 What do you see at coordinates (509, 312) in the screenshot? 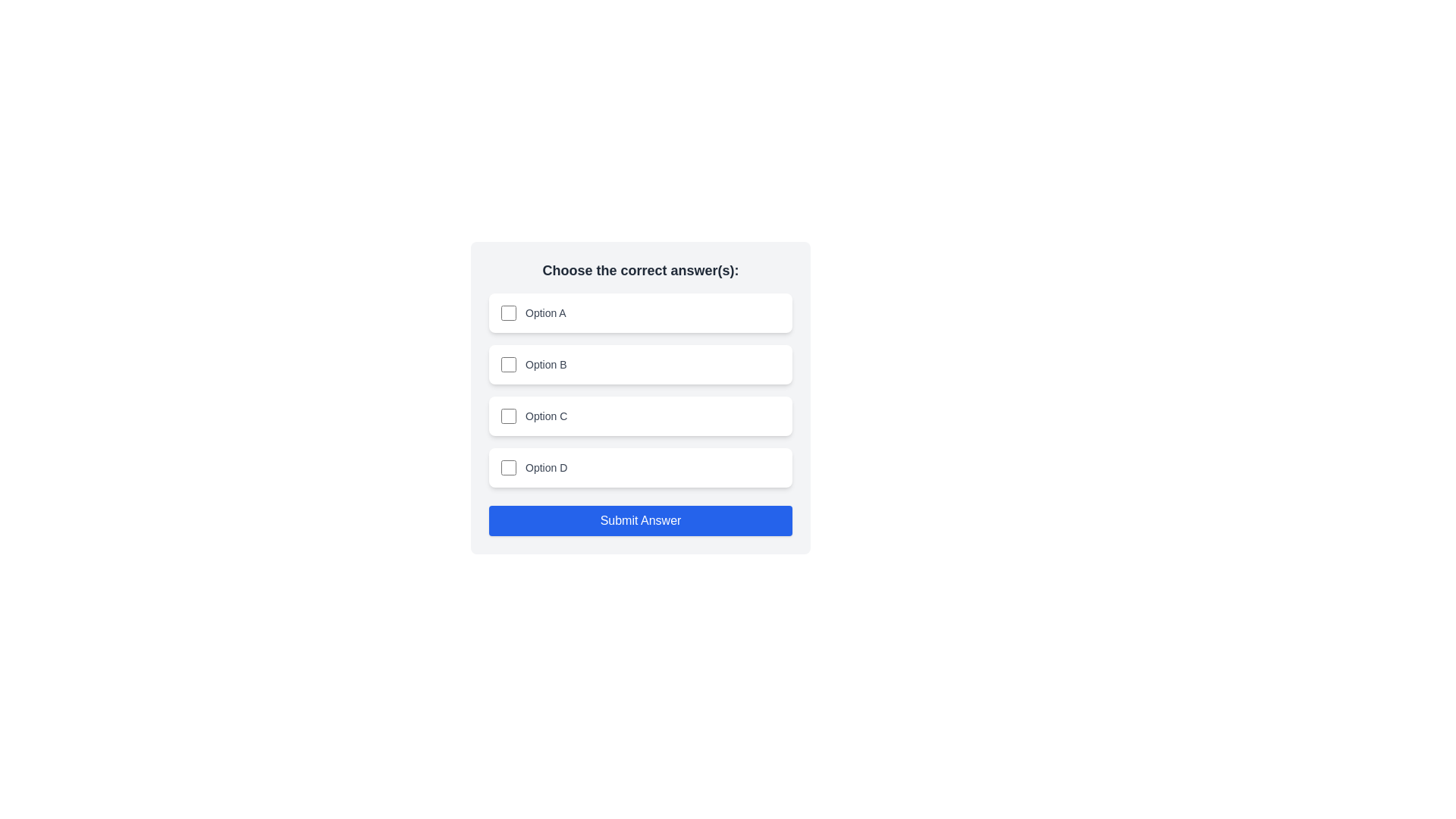
I see `the checkbox corresponding to Option A` at bounding box center [509, 312].